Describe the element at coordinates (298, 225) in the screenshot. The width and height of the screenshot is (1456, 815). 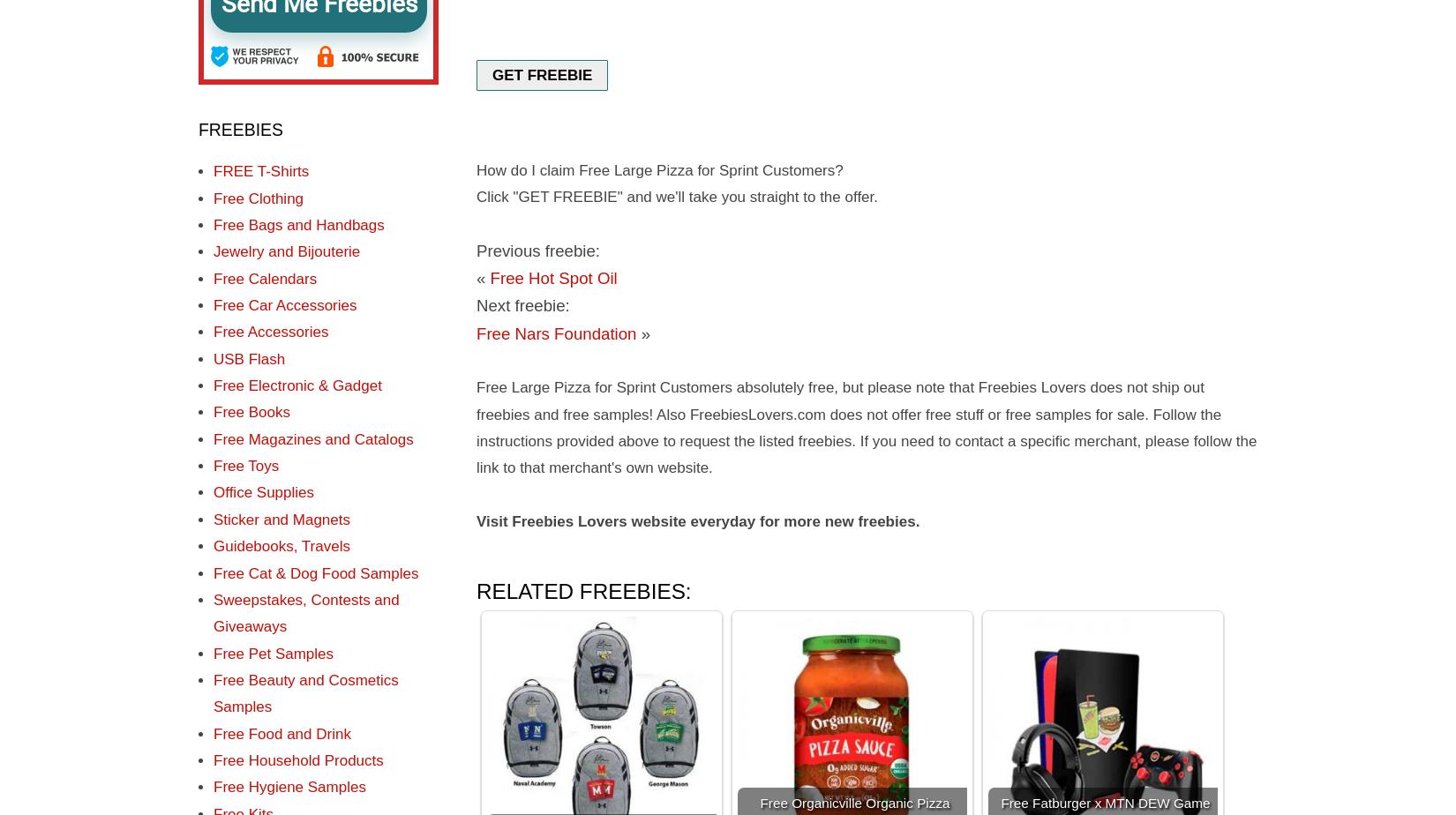
I see `'Free Bags and Handbags'` at that location.